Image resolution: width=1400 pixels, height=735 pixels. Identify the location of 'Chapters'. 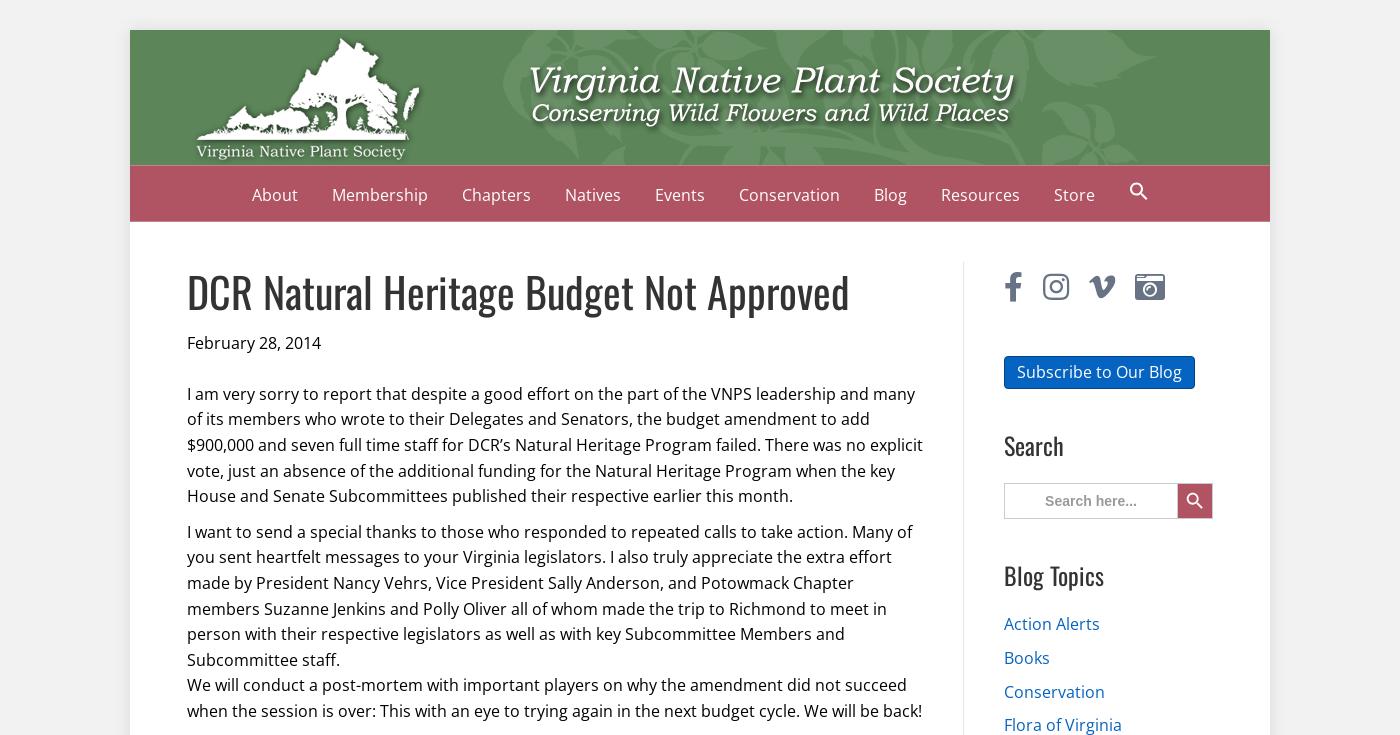
(461, 194).